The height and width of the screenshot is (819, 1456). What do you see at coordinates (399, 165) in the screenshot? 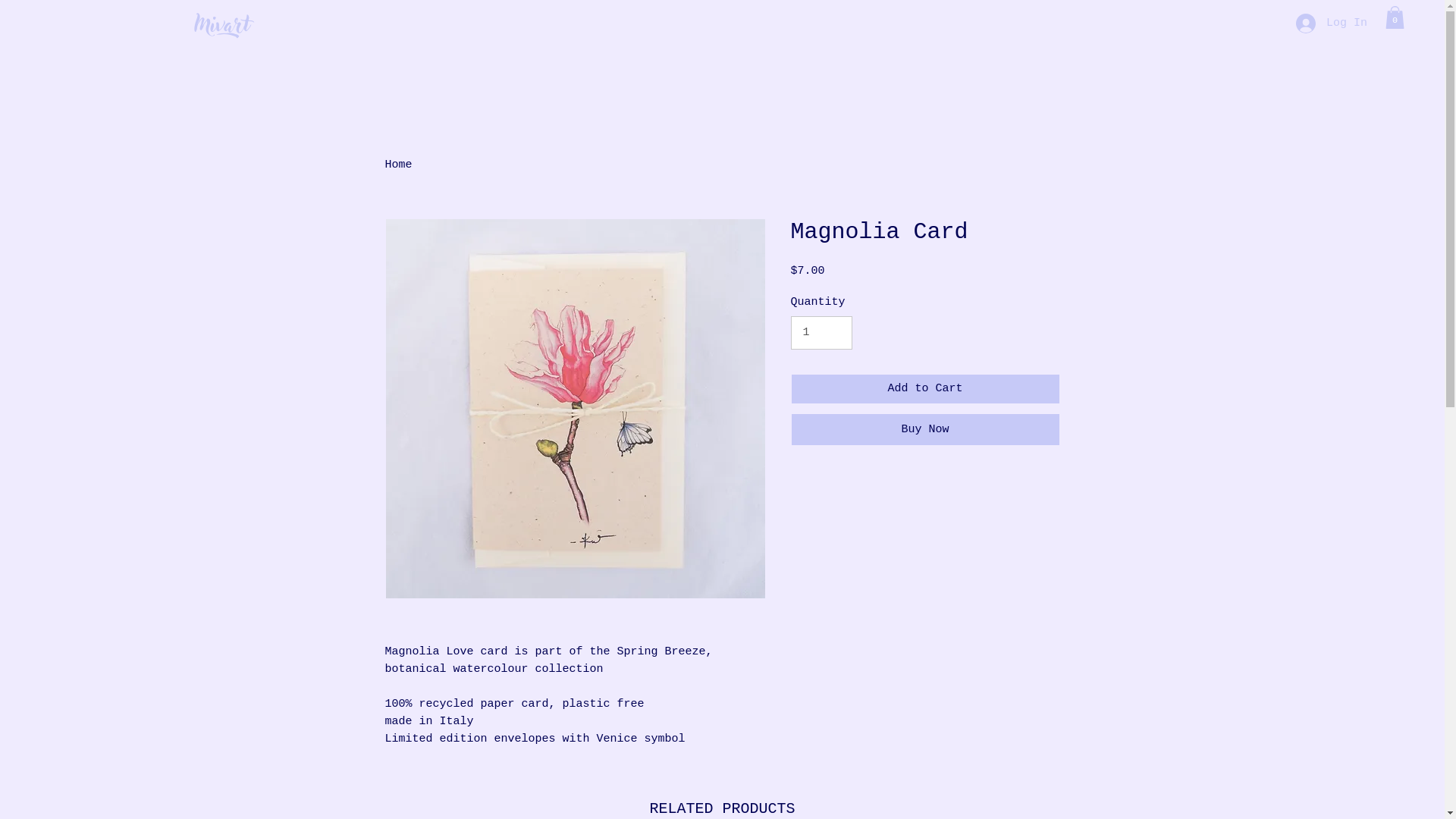
I see `'Home'` at bounding box center [399, 165].